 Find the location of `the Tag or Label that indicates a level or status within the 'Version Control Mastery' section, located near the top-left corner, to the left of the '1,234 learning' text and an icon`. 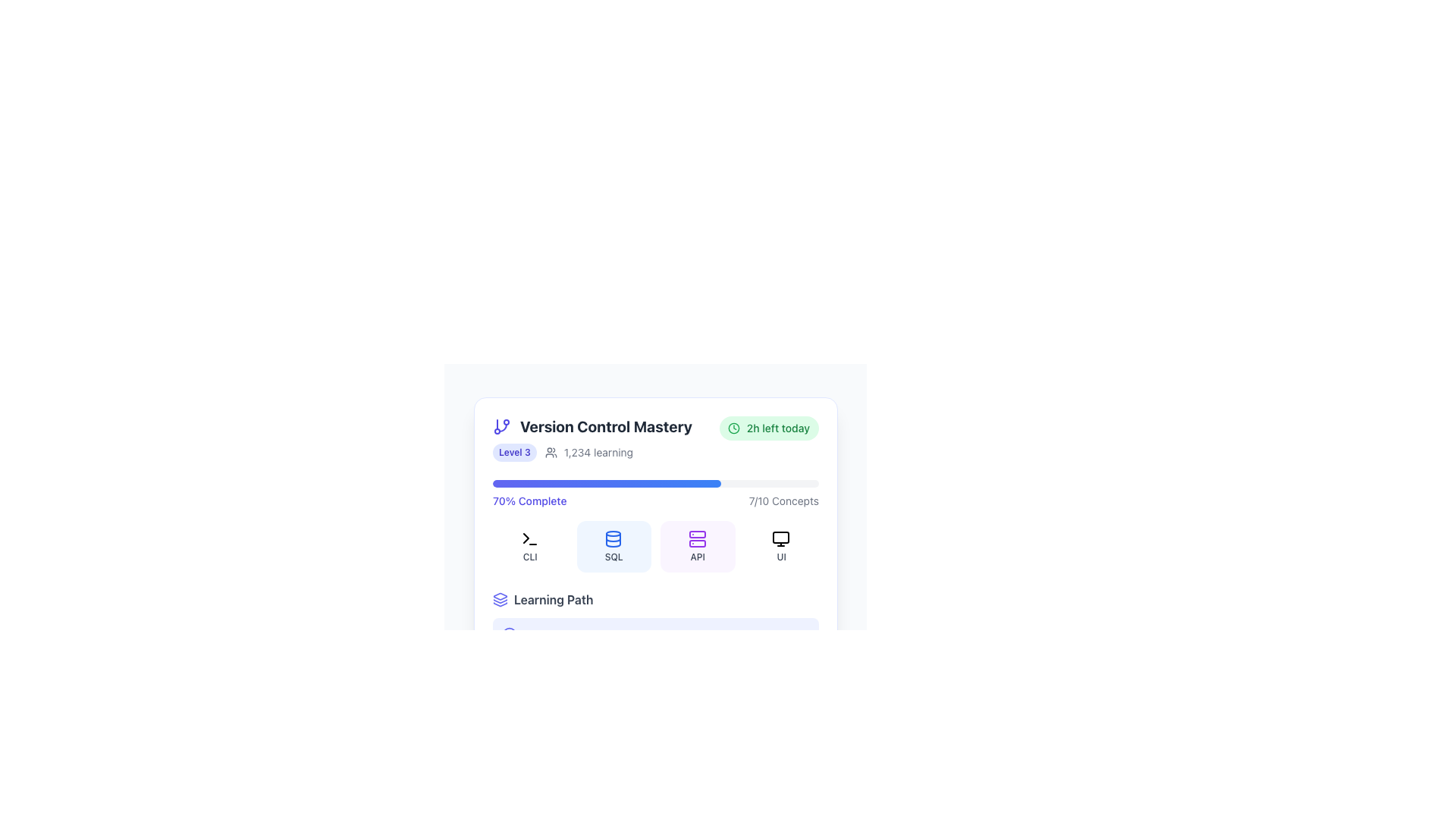

the Tag or Label that indicates a level or status within the 'Version Control Mastery' section, located near the top-left corner, to the left of the '1,234 learning' text and an icon is located at coordinates (514, 452).